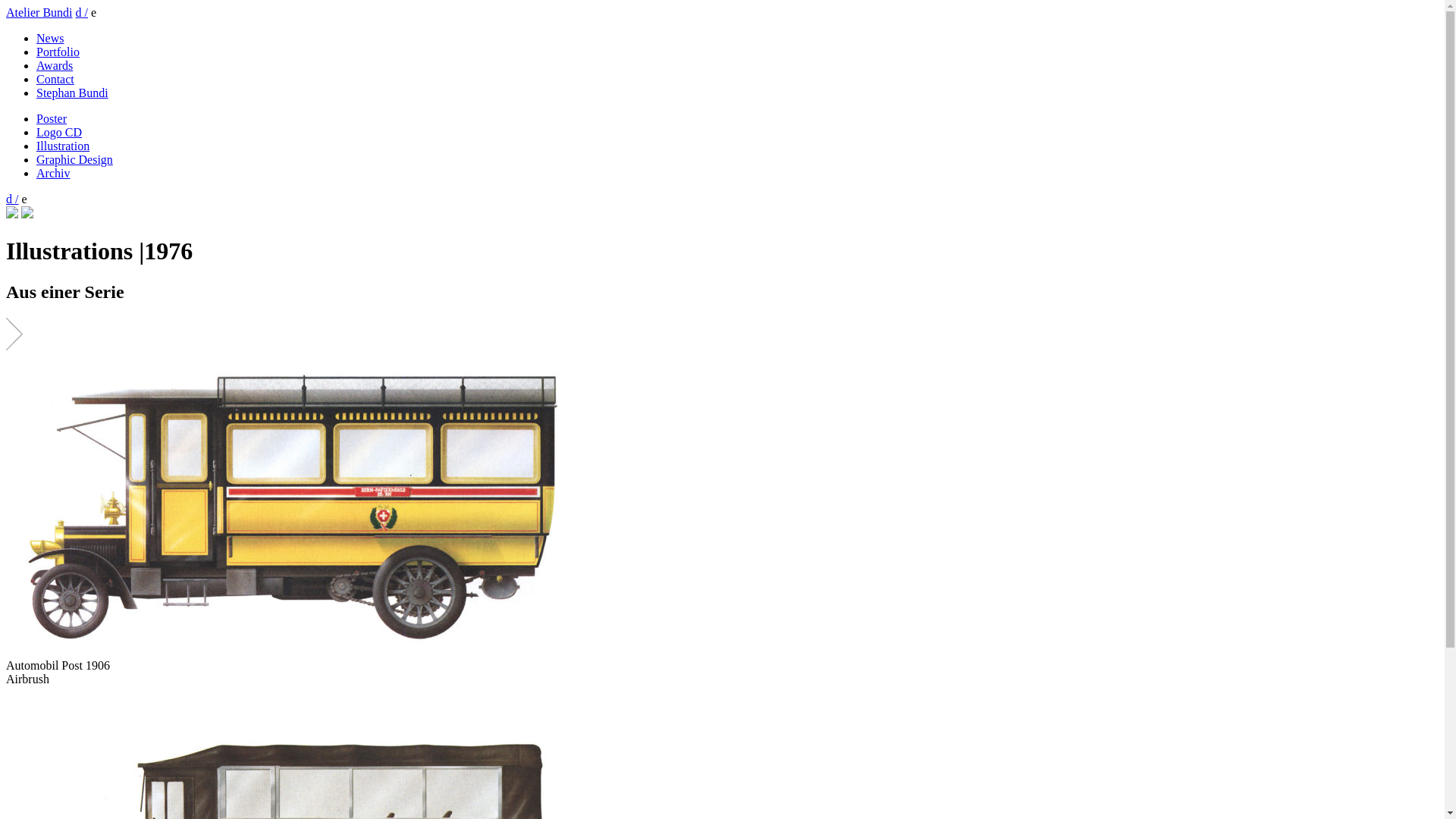 The image size is (1456, 819). Describe the element at coordinates (297, 504) in the screenshot. I see `'Postautos-3'` at that location.